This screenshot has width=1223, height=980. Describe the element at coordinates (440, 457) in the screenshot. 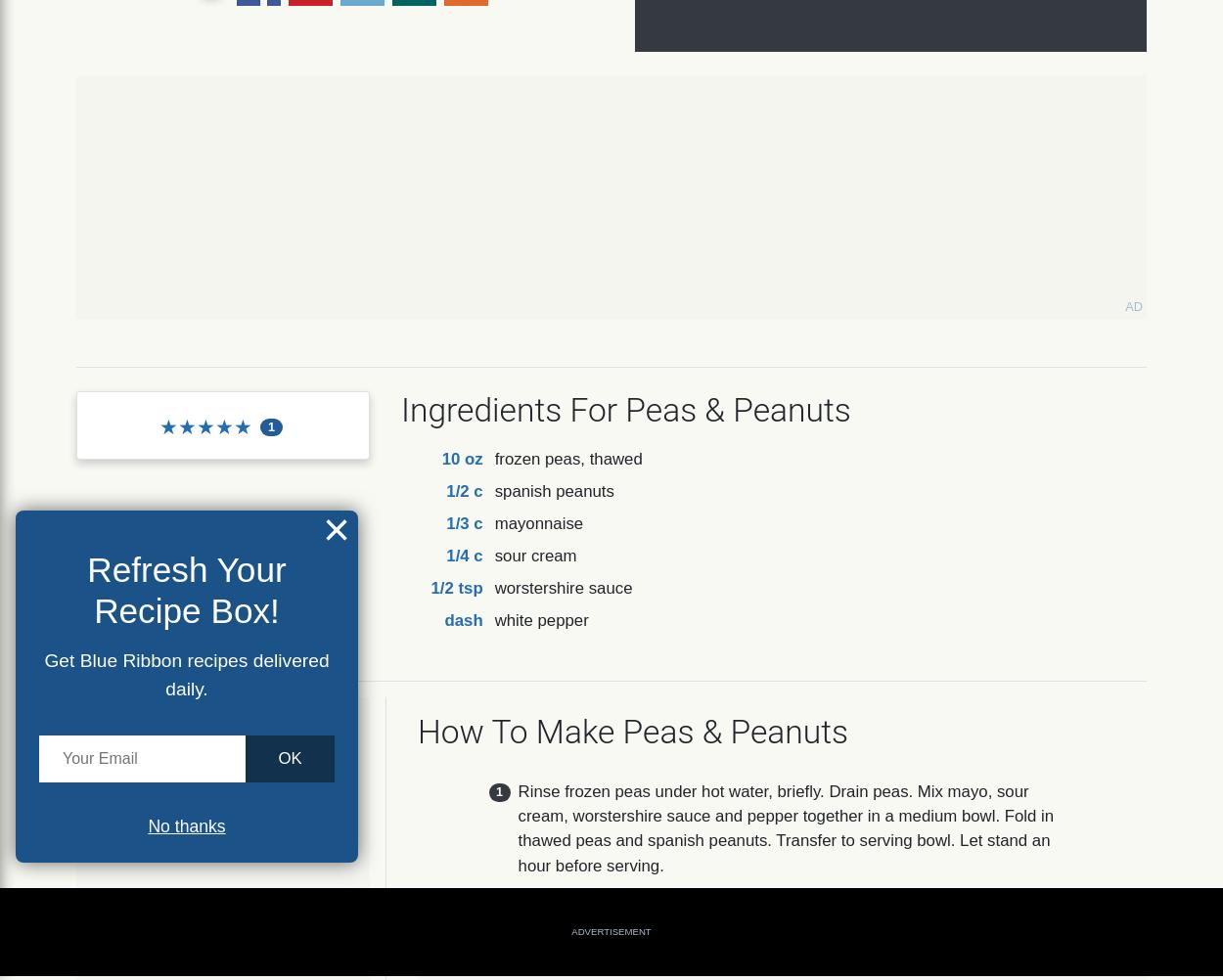

I see `'10 oz'` at that location.